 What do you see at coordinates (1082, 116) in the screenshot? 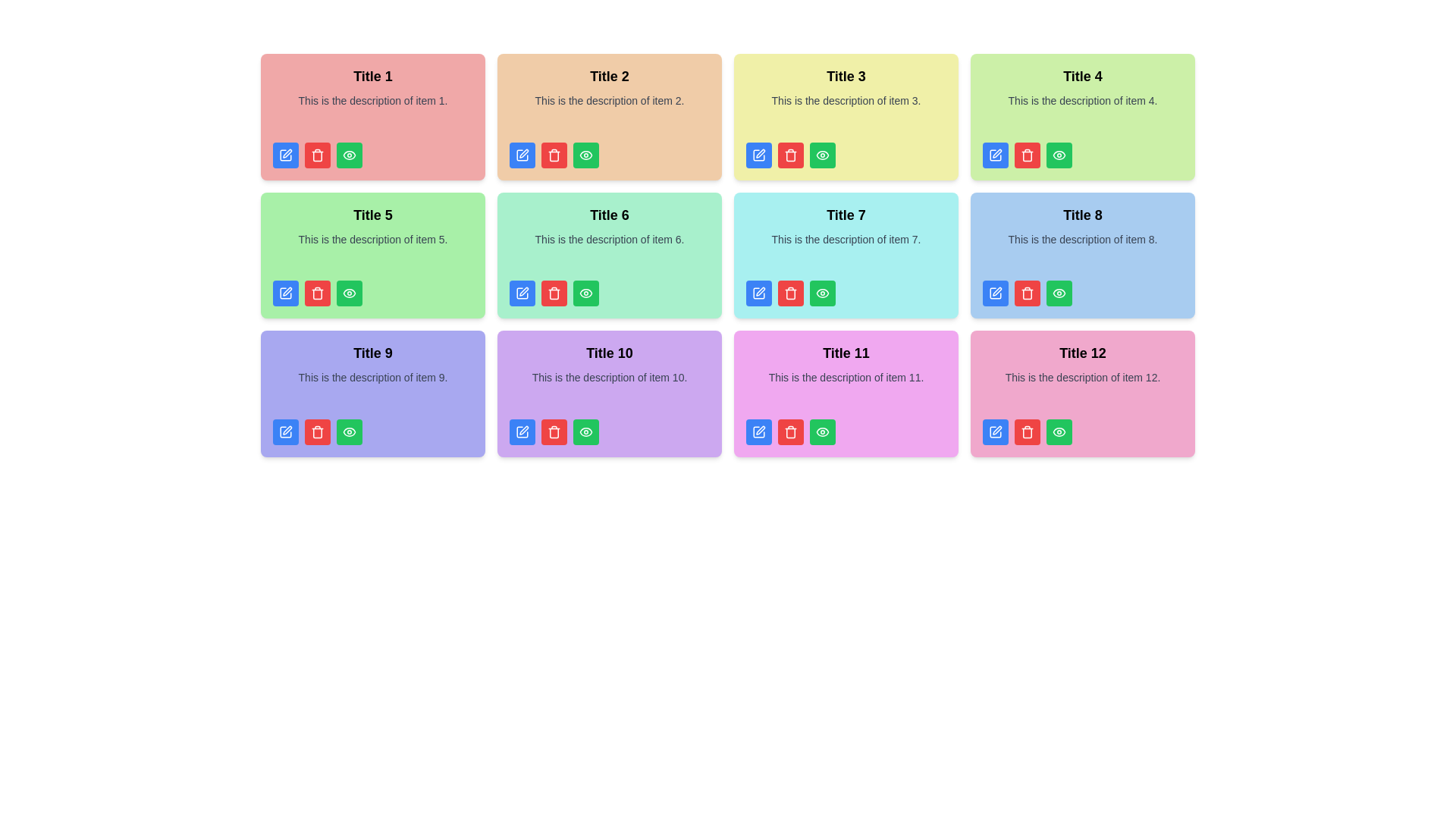
I see `the edit button of the Information card located in the first row, fourth column of the grid layout, which allows for modifying content` at bounding box center [1082, 116].